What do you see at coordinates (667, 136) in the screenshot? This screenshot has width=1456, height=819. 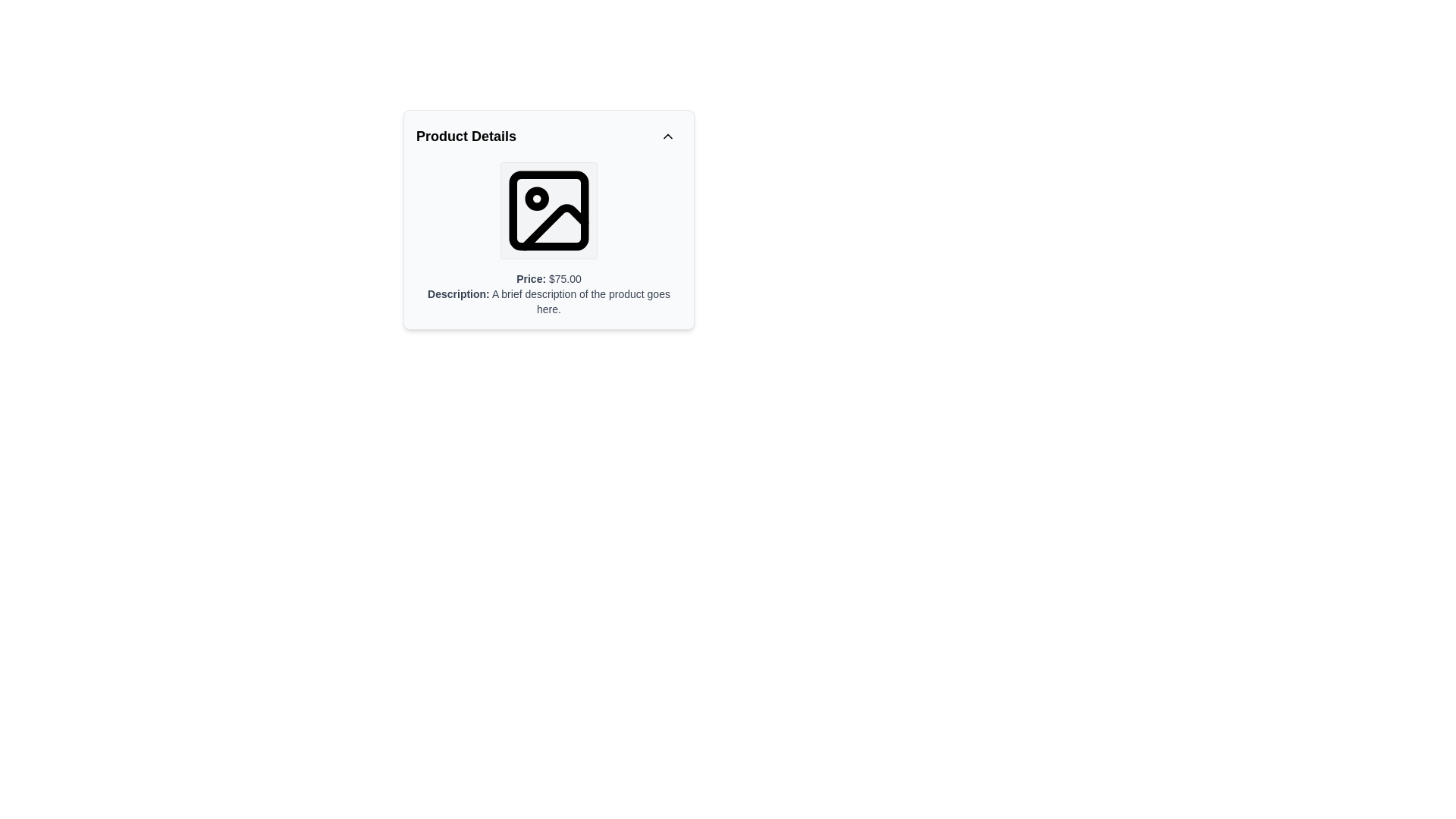 I see `the toggle button located at the top-right corner of the 'Product Details' section` at bounding box center [667, 136].